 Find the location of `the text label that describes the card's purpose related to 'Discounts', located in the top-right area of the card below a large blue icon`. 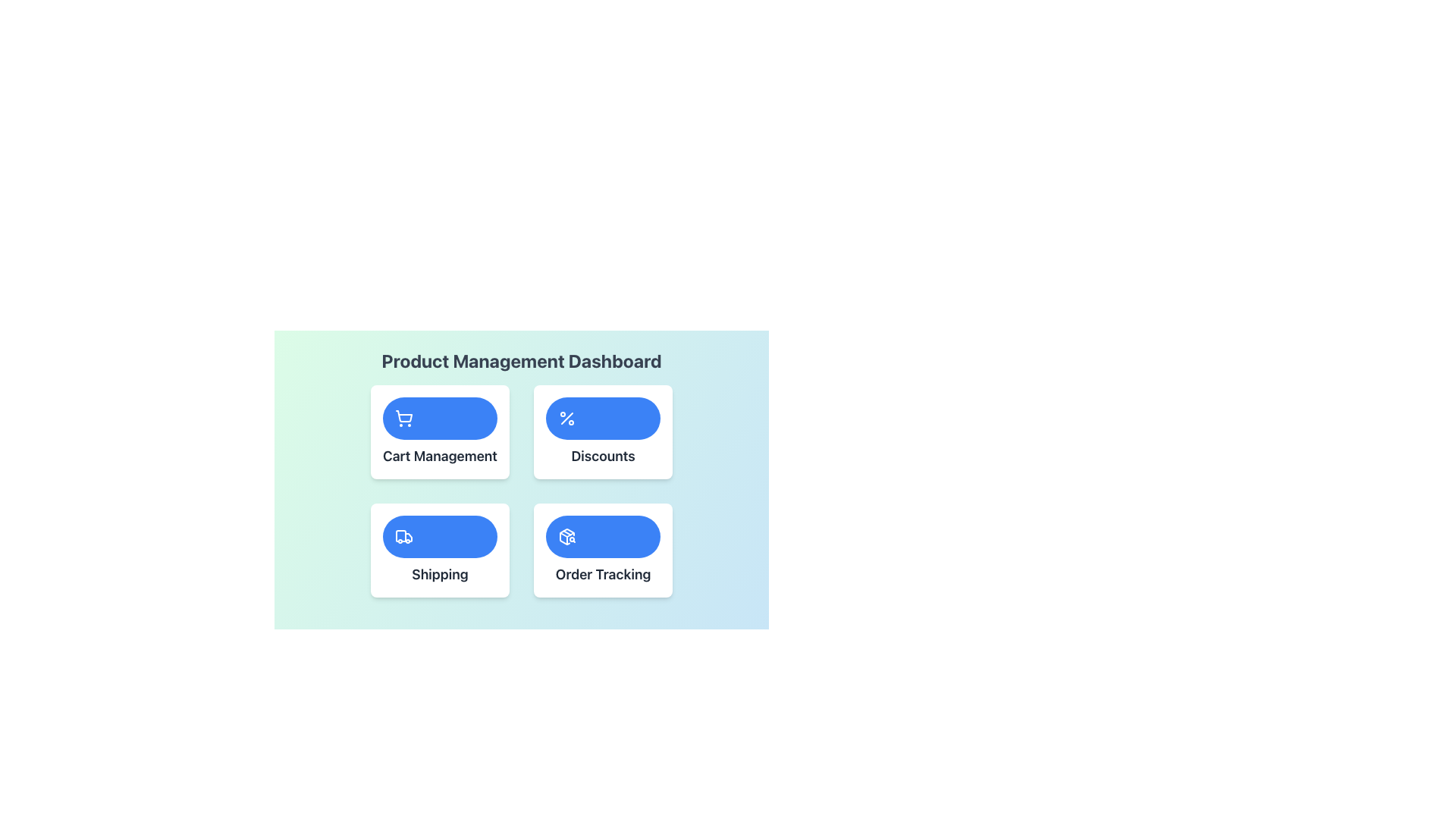

the text label that describes the card's purpose related to 'Discounts', located in the top-right area of the card below a large blue icon is located at coordinates (602, 455).